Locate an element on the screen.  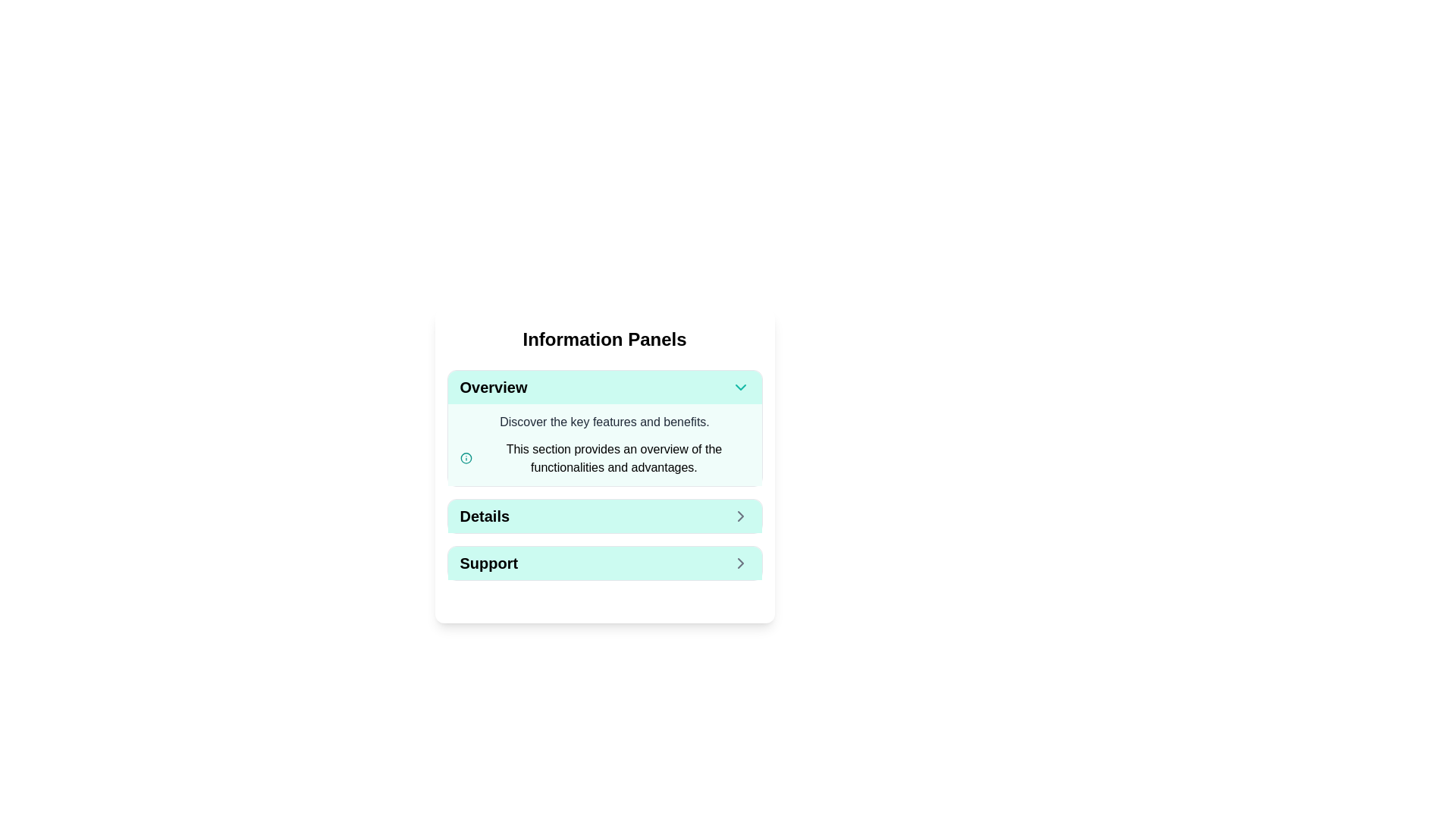
the static text element that provides key information in the 'Overview' section of the 'Information Panels' interface, which is the first visible text after the 'Overview' header is located at coordinates (604, 422).